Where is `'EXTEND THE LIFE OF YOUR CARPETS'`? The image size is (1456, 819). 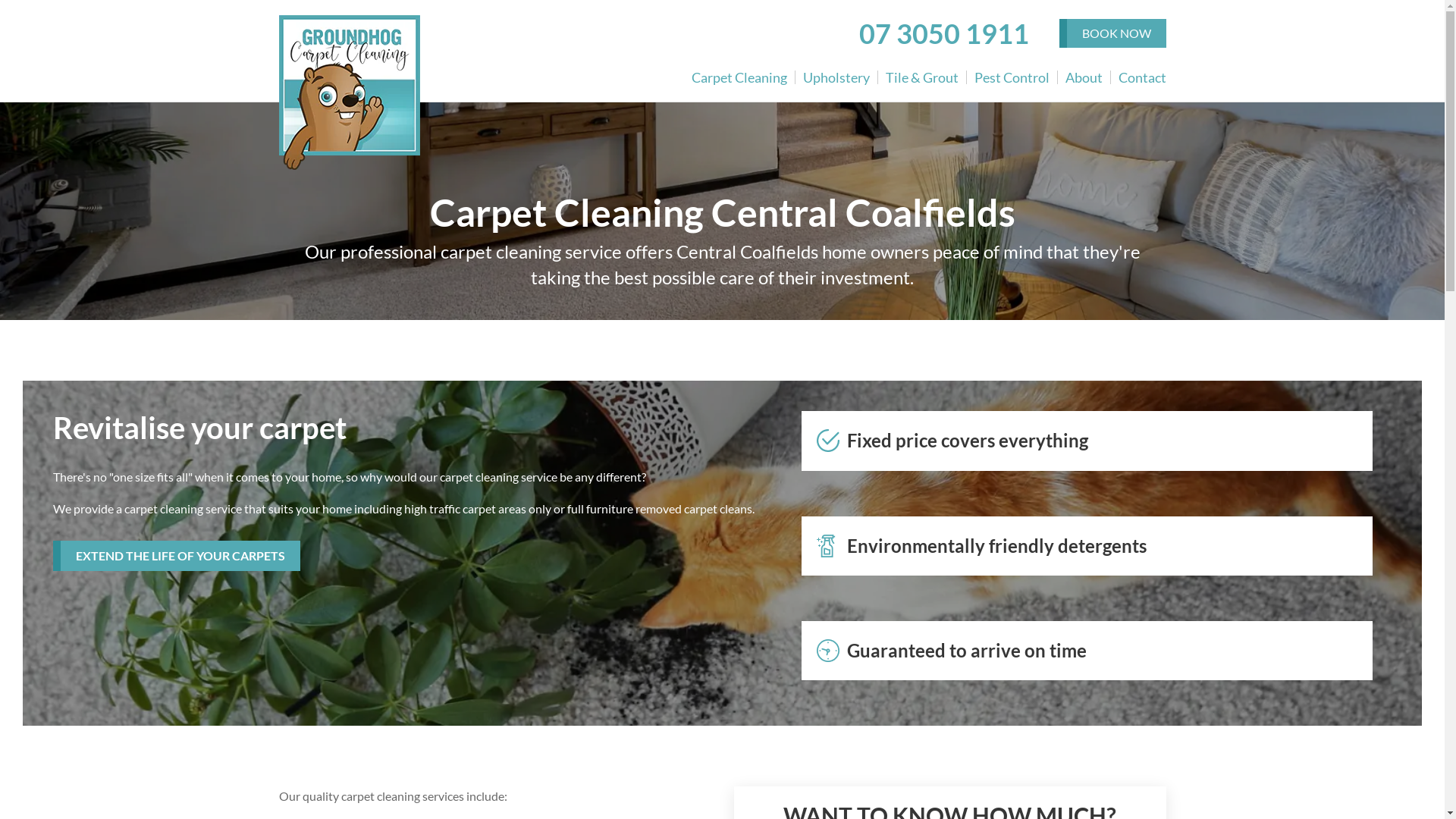 'EXTEND THE LIFE OF YOUR CARPETS' is located at coordinates (177, 555).